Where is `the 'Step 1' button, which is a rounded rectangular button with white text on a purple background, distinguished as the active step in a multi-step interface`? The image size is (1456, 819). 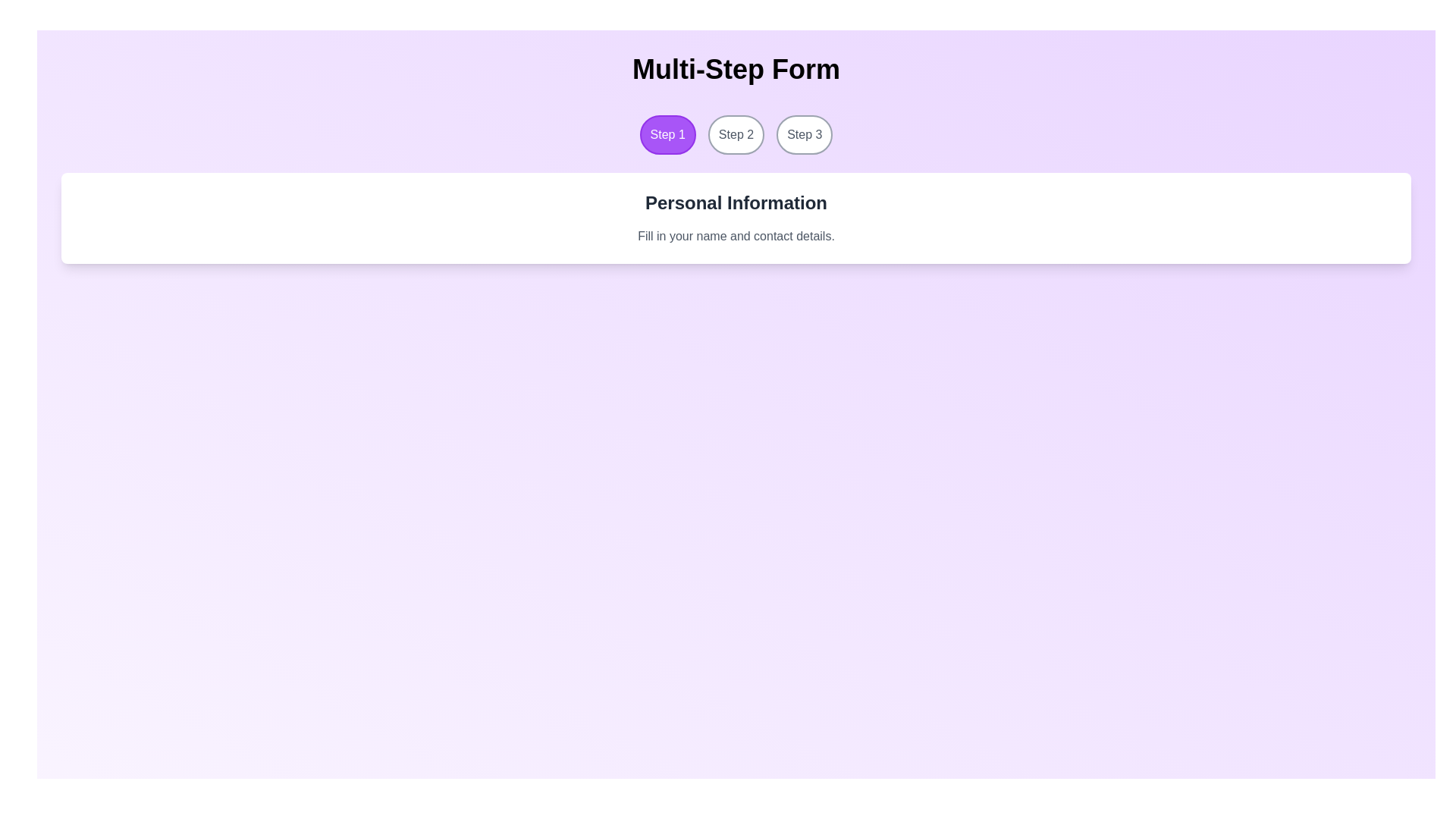
the 'Step 1' button, which is a rounded rectangular button with white text on a purple background, distinguished as the active step in a multi-step interface is located at coordinates (667, 133).